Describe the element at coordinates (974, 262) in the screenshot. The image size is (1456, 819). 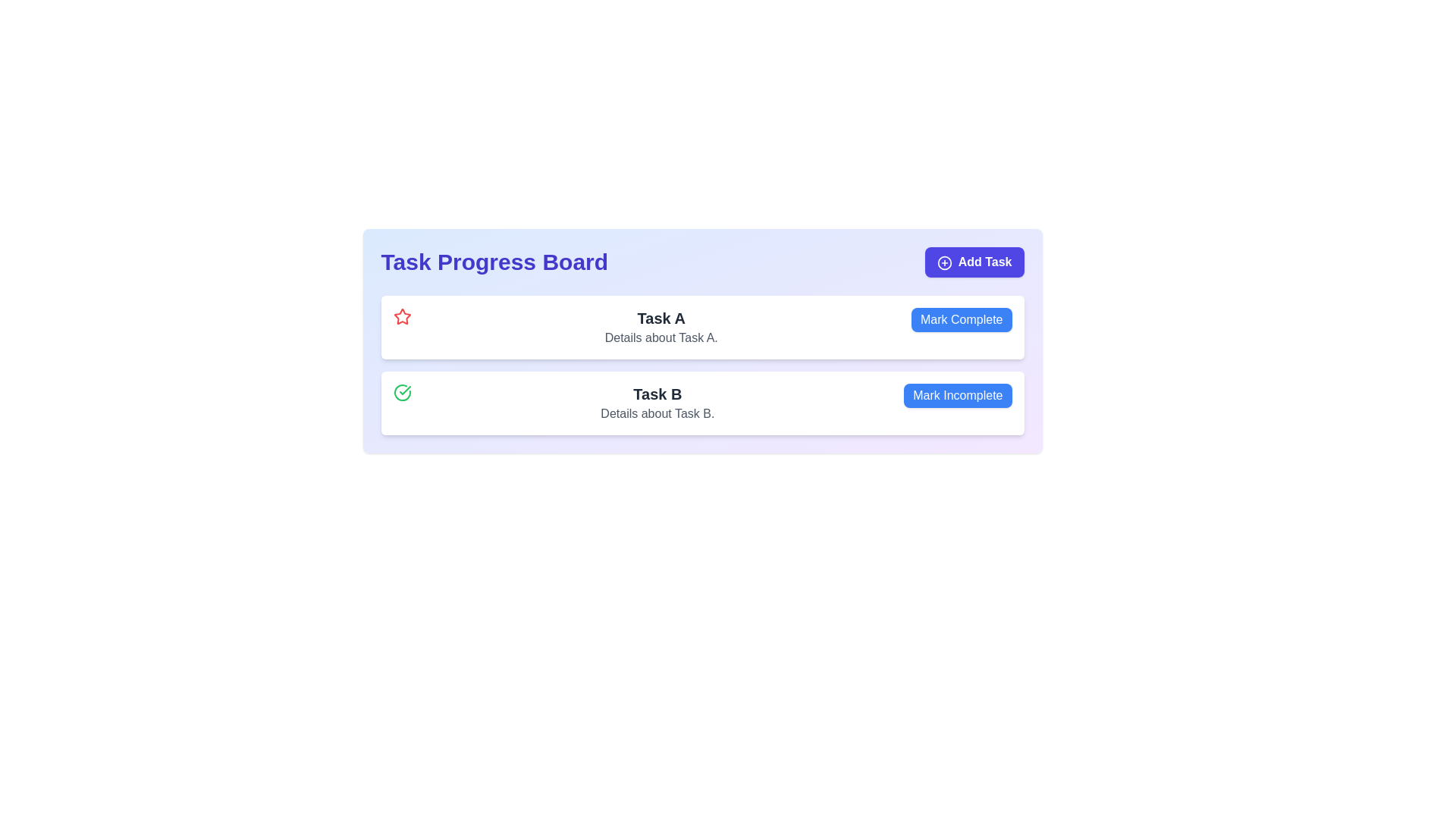
I see `the button located to the right of the 'Task Progress Board' header` at that location.